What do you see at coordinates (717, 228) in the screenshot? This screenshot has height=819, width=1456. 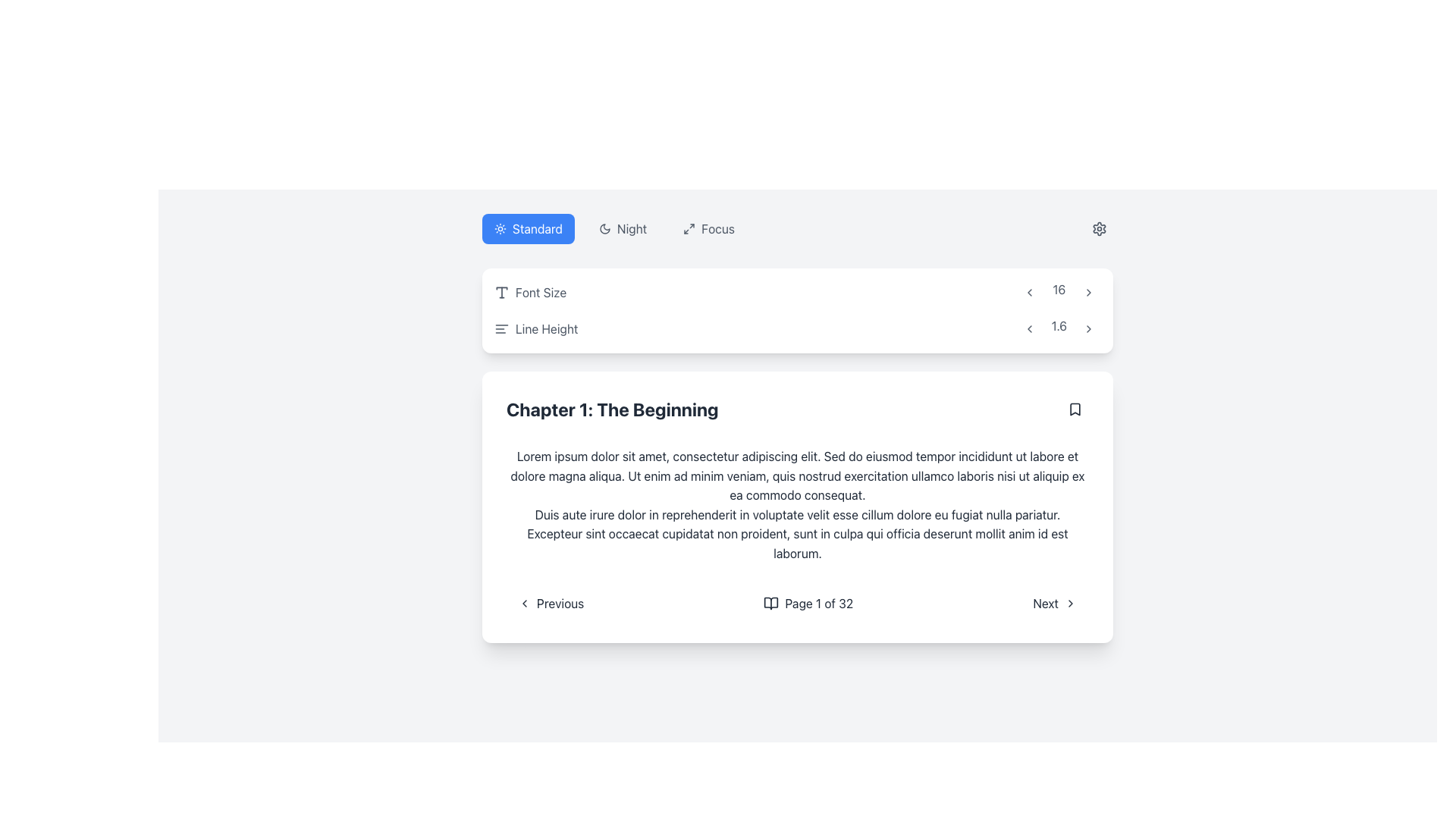 I see `the 'Focus' text label located in the upper-right corner of the interface, next to the icons for toggling night mode or standard mode` at bounding box center [717, 228].